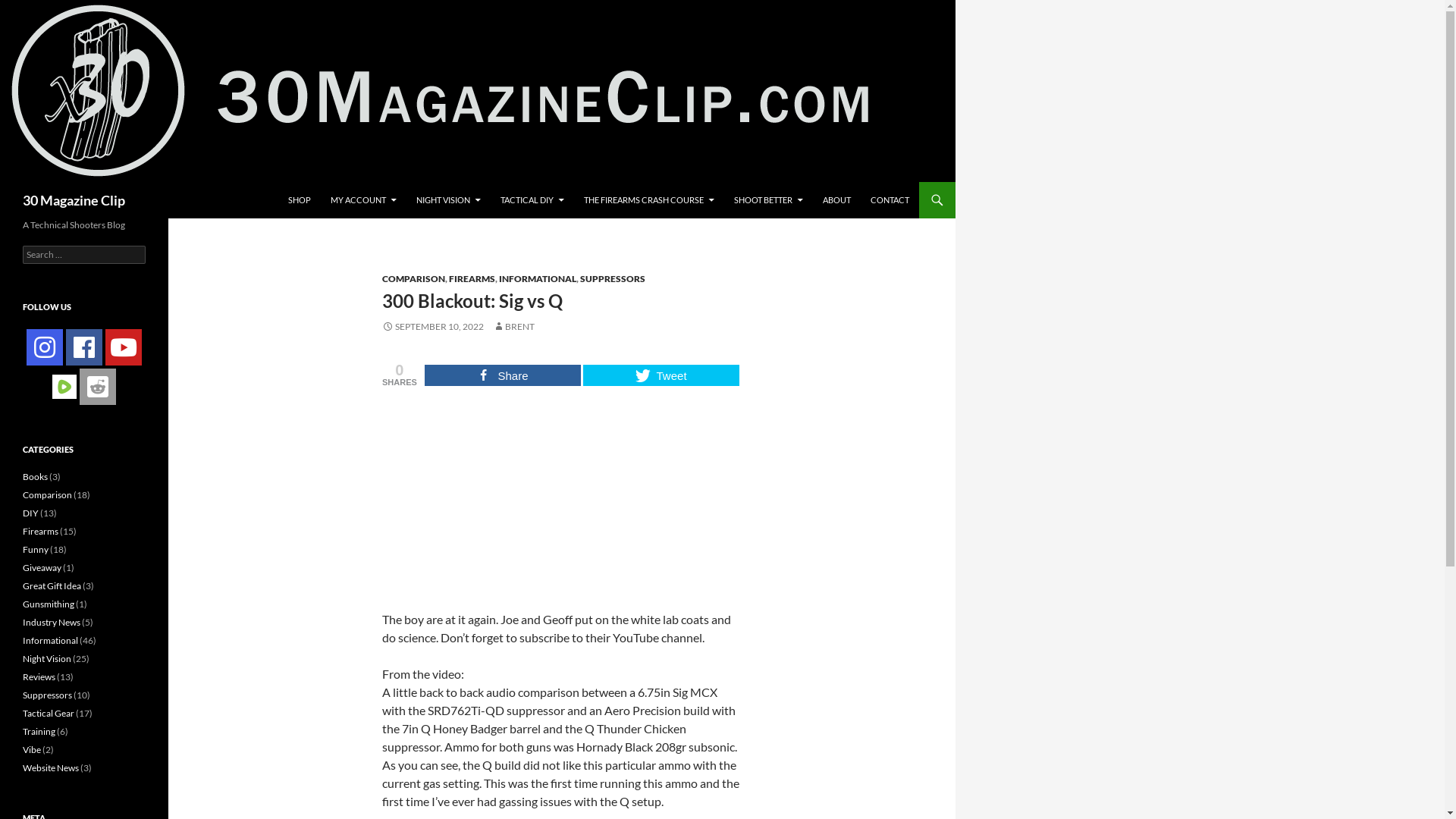 The height and width of the screenshot is (819, 1456). Describe the element at coordinates (48, 713) in the screenshot. I see `'Tactical Gear'` at that location.